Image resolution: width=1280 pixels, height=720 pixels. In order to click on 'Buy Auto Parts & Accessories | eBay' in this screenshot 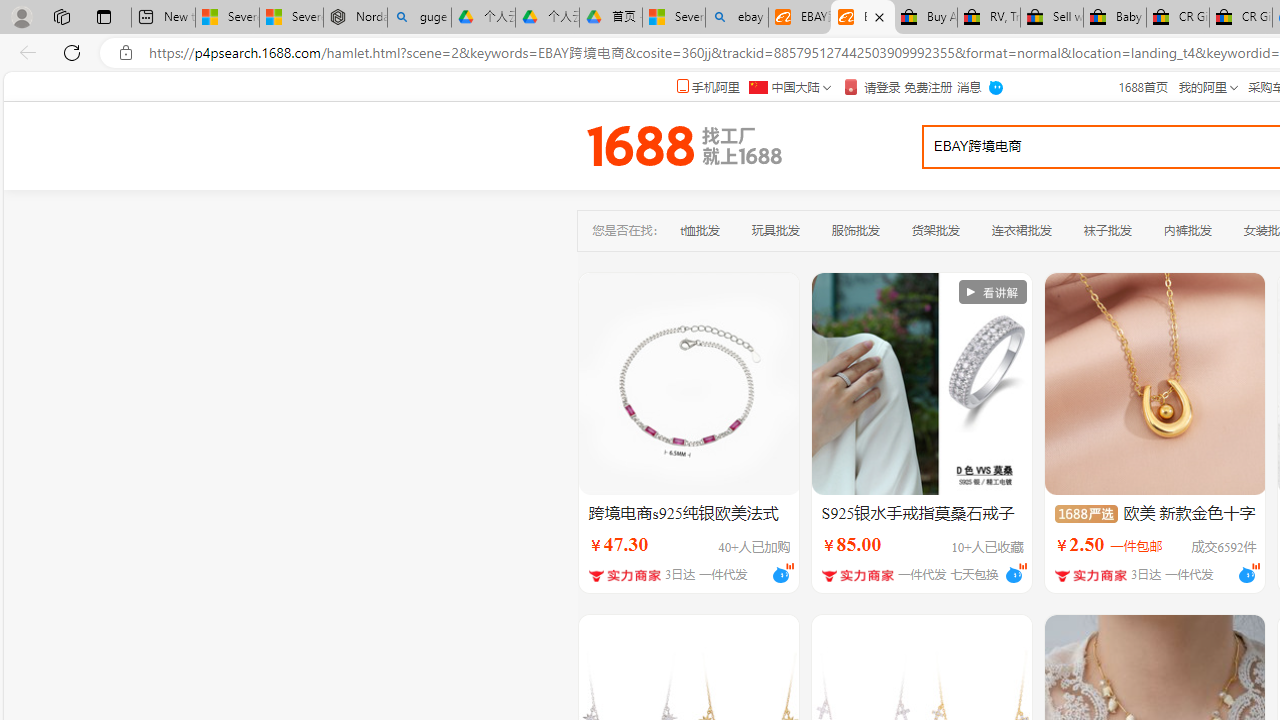, I will do `click(925, 17)`.